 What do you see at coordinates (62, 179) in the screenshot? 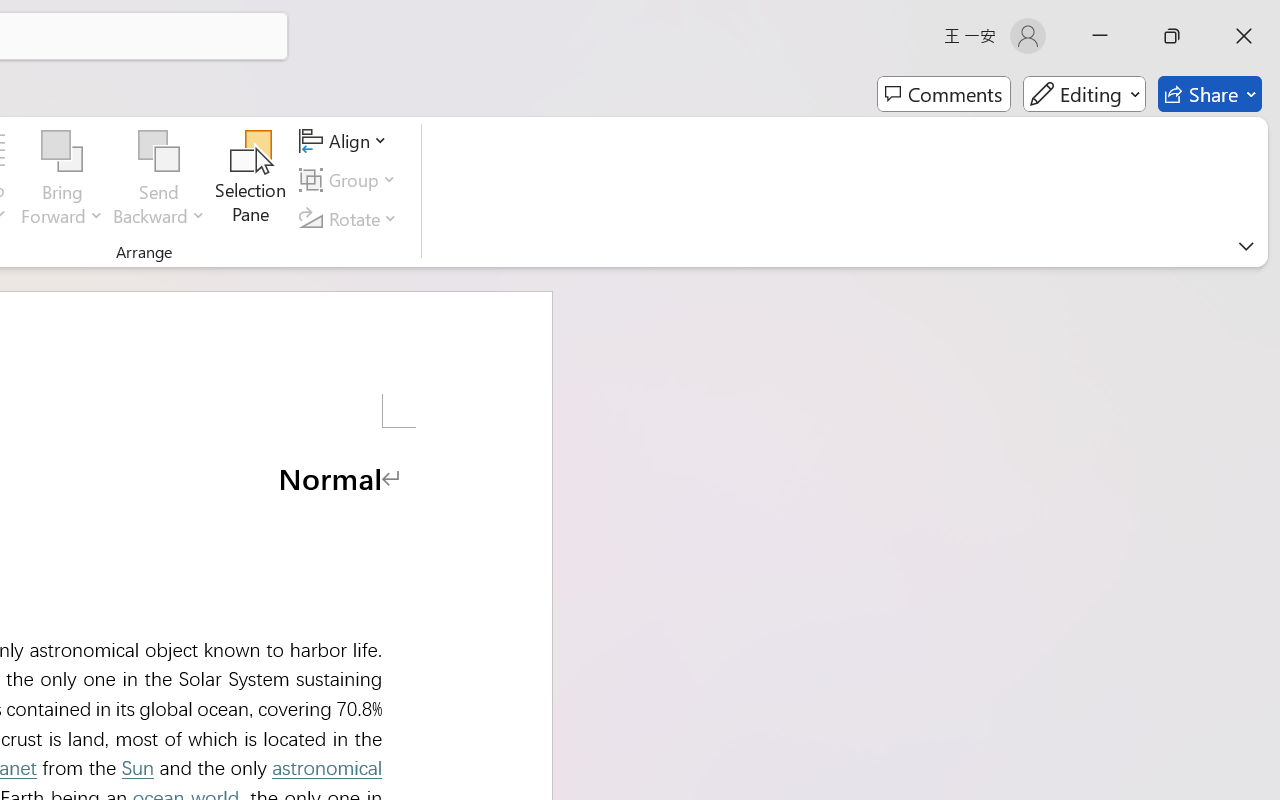
I see `'Bring Forward'` at bounding box center [62, 179].